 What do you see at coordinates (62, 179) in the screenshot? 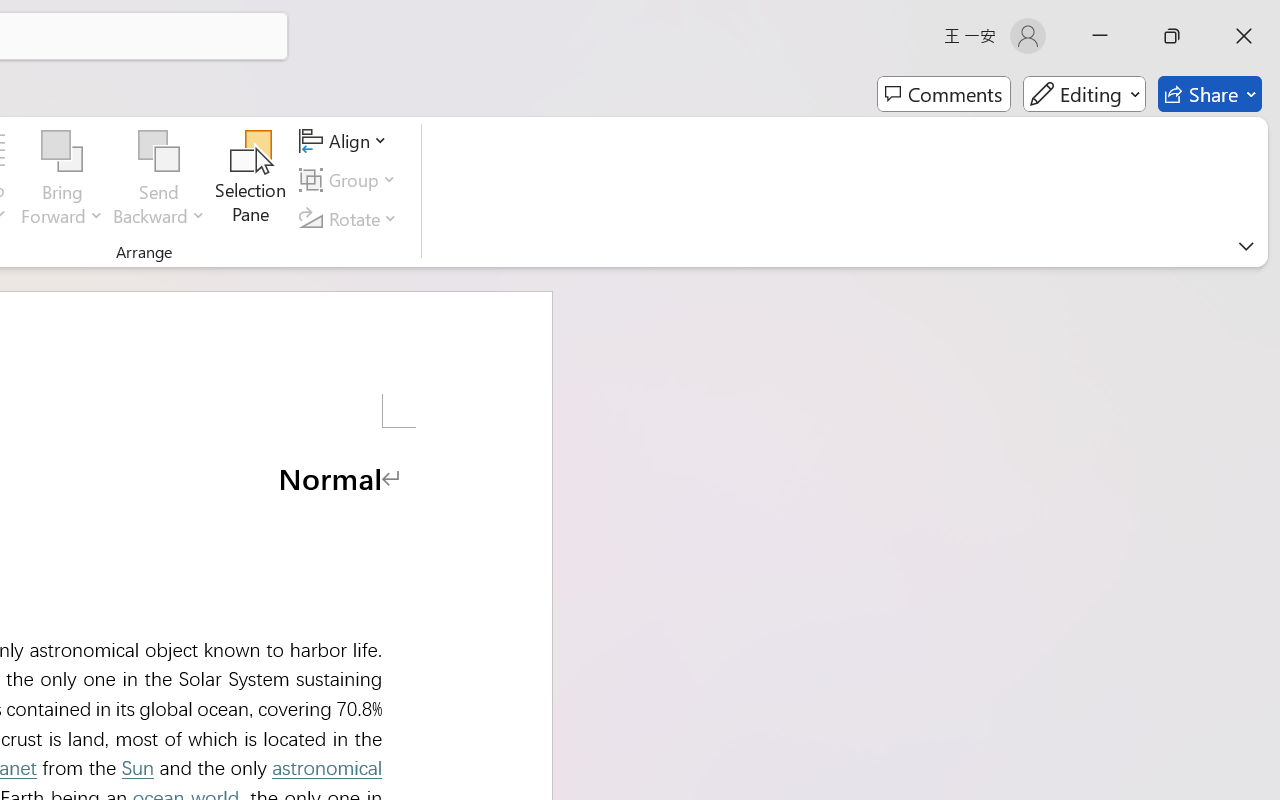
I see `'Bring Forward'` at bounding box center [62, 179].